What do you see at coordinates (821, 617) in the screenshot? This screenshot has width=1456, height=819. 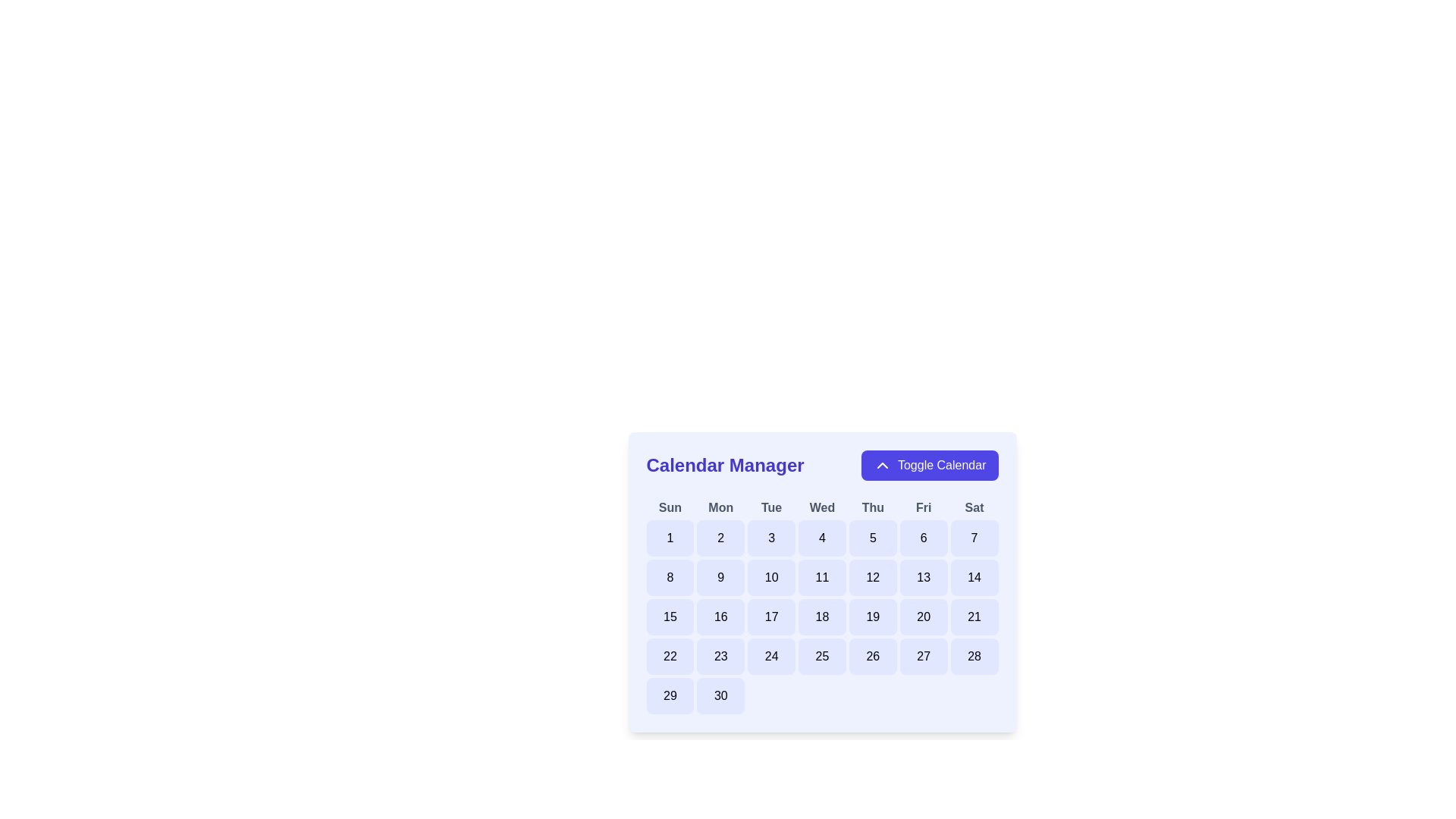 I see `the calendar day button representing the 18th day, located in the sixth column and third row of the calendar grid` at bounding box center [821, 617].